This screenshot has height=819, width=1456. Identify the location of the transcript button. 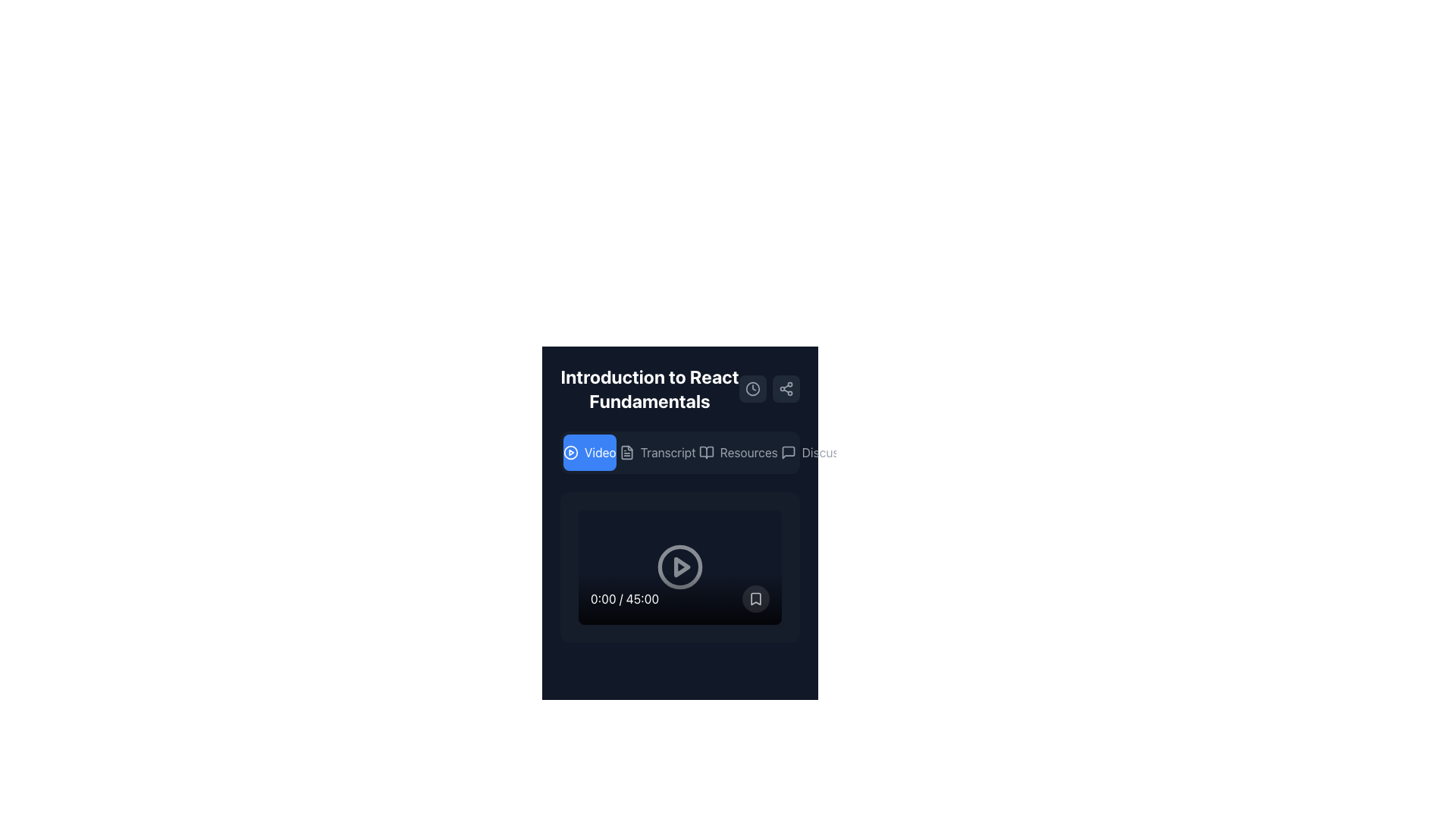
(657, 452).